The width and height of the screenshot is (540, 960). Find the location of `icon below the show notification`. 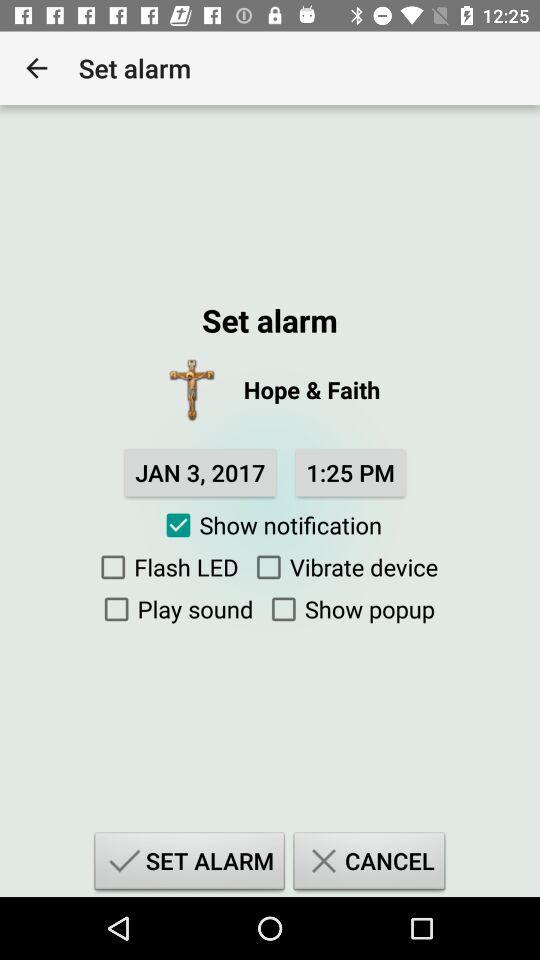

icon below the show notification is located at coordinates (341, 567).